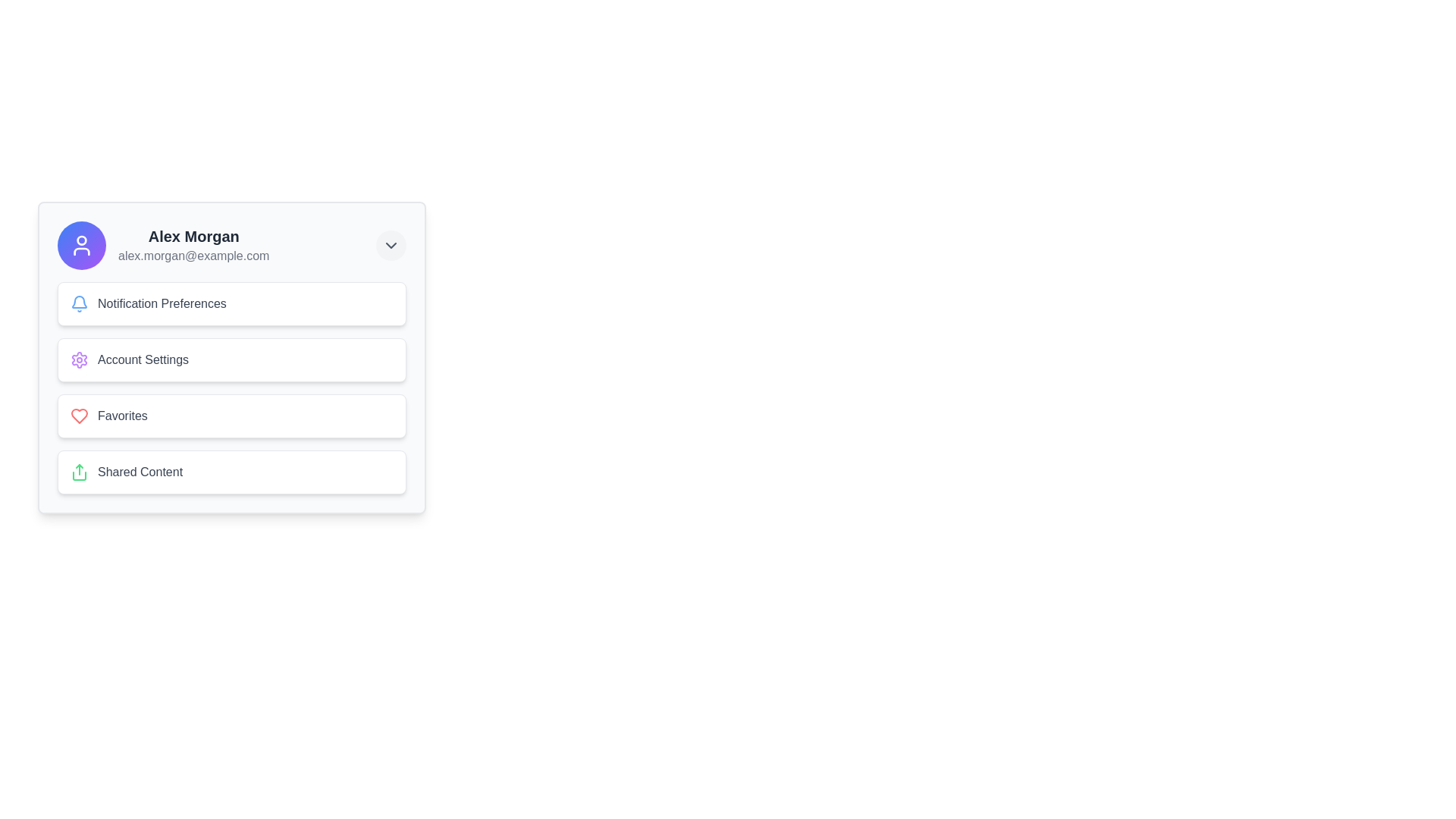  What do you see at coordinates (231, 357) in the screenshot?
I see `the account settings button, which is the second item in a vertically stacked list of options` at bounding box center [231, 357].